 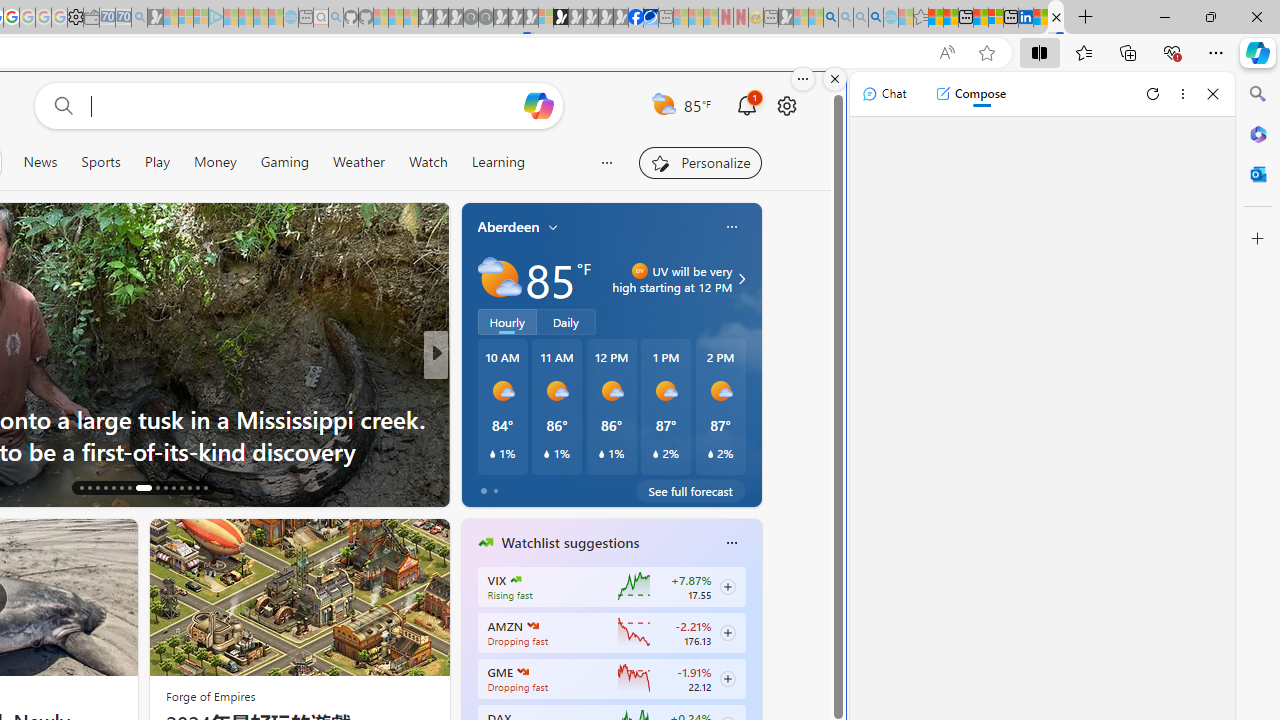 I want to click on 'AutomationID: tab-19', so click(x=104, y=488).